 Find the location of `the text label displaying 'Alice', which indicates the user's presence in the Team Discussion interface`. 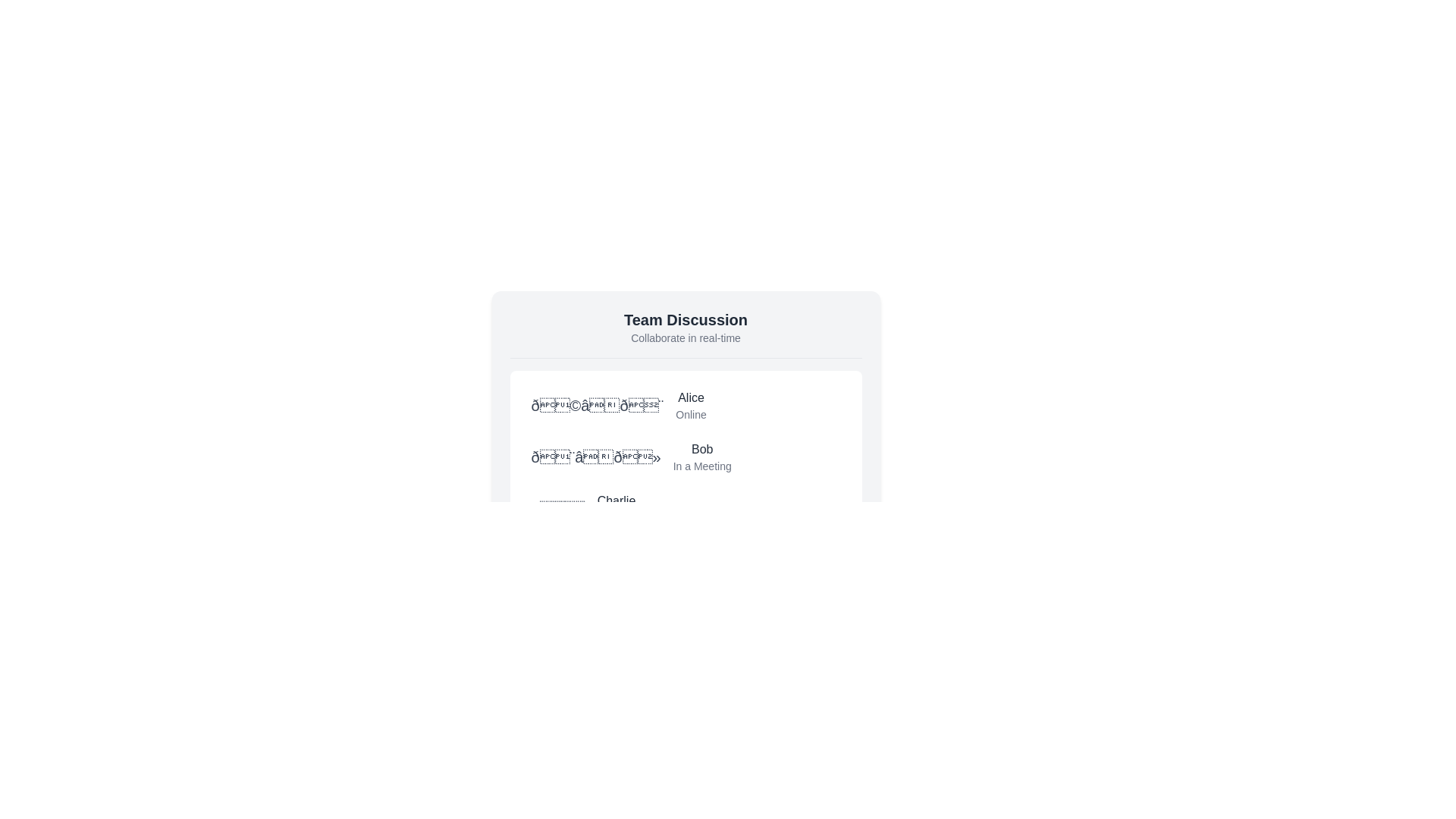

the text label displaying 'Alice', which indicates the user's presence in the Team Discussion interface is located at coordinates (690, 397).